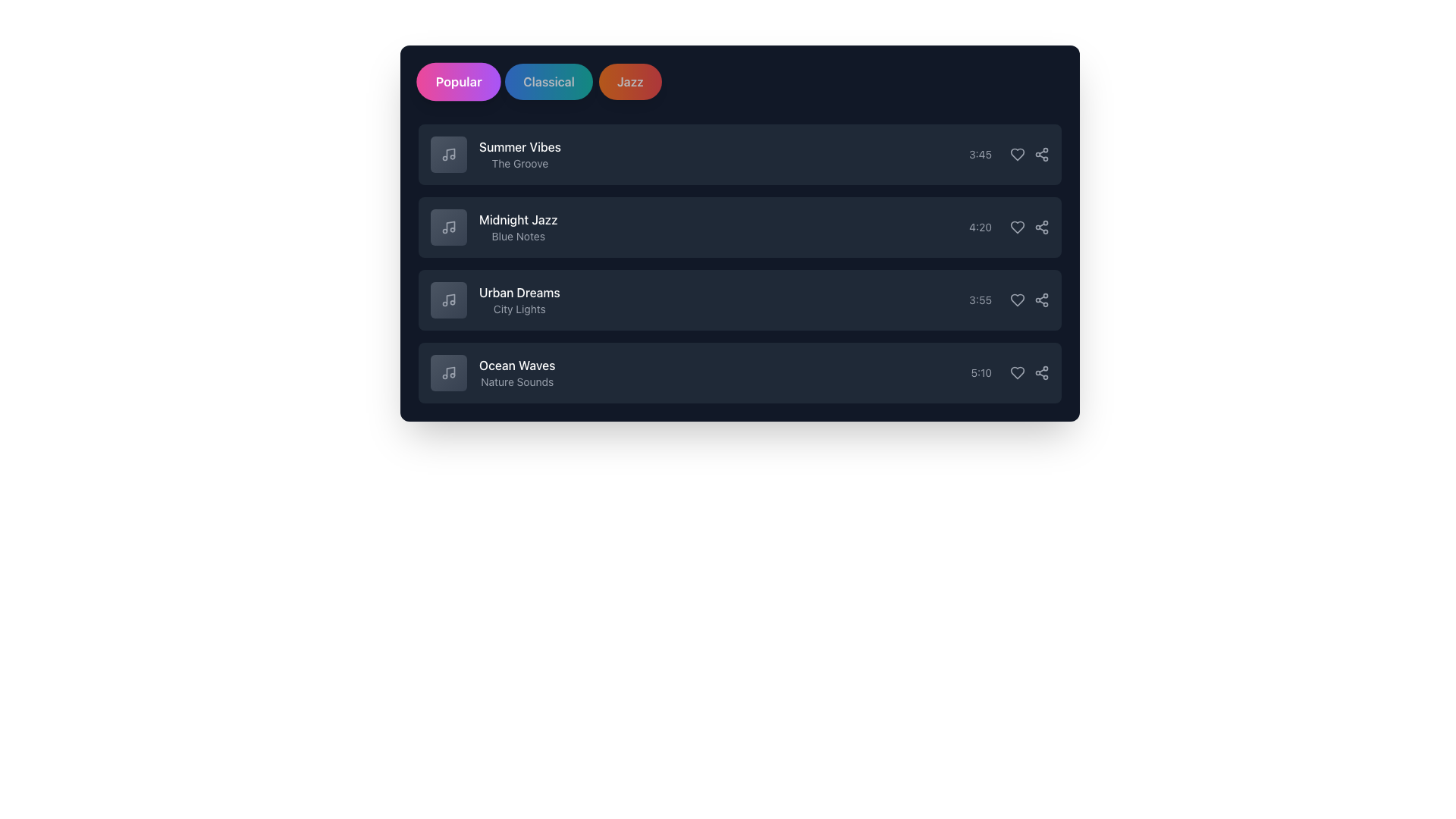 The width and height of the screenshot is (1456, 819). Describe the element at coordinates (1018, 373) in the screenshot. I see `the like button located in the fourth list item titled 'Ocean Waves'` at that location.